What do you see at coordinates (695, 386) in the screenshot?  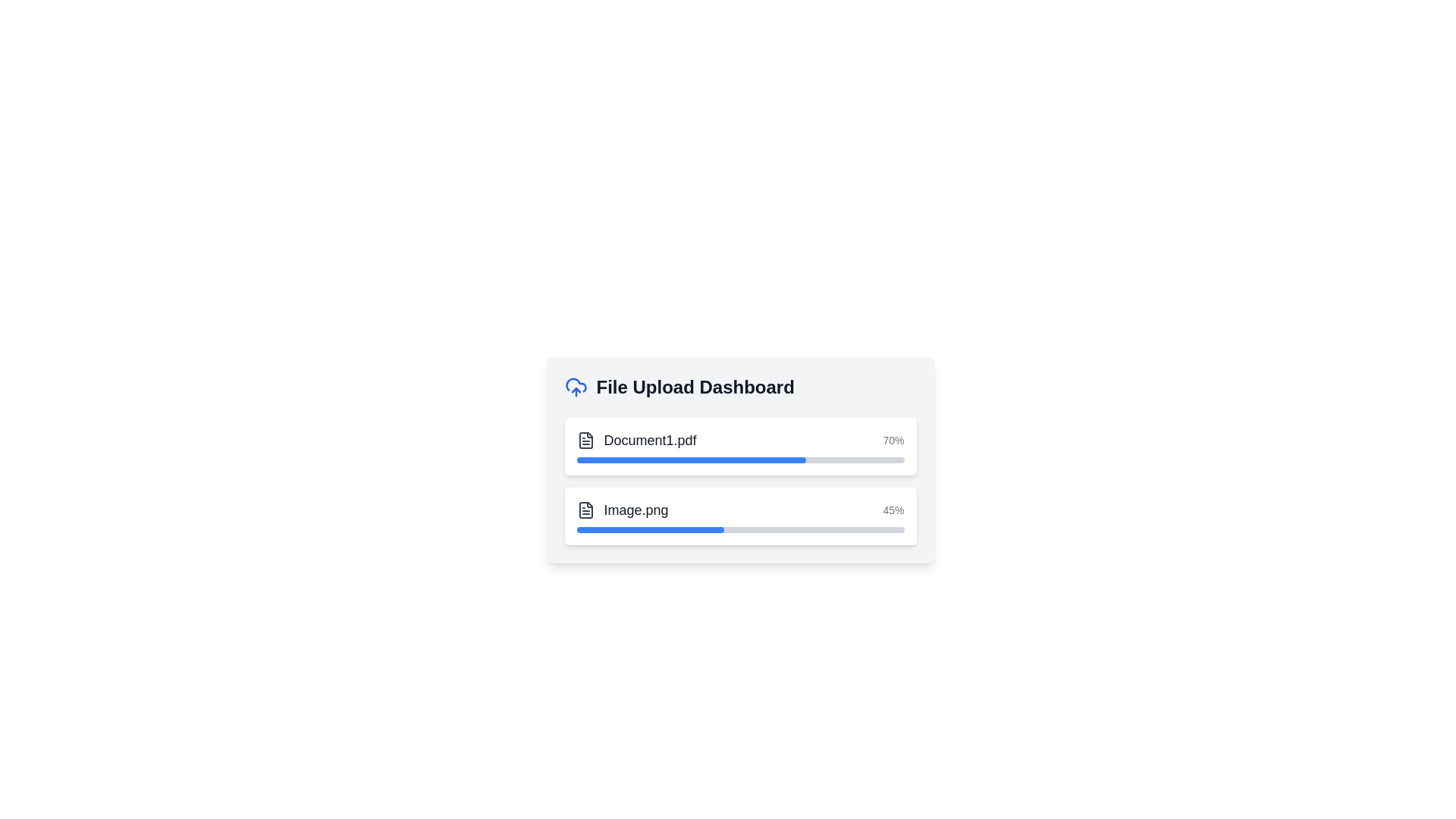 I see `the heading 'File Upload Dashboard', which is a bold and large text label positioned to the right of a cloud upload icon and above a list of file progress bars` at bounding box center [695, 386].